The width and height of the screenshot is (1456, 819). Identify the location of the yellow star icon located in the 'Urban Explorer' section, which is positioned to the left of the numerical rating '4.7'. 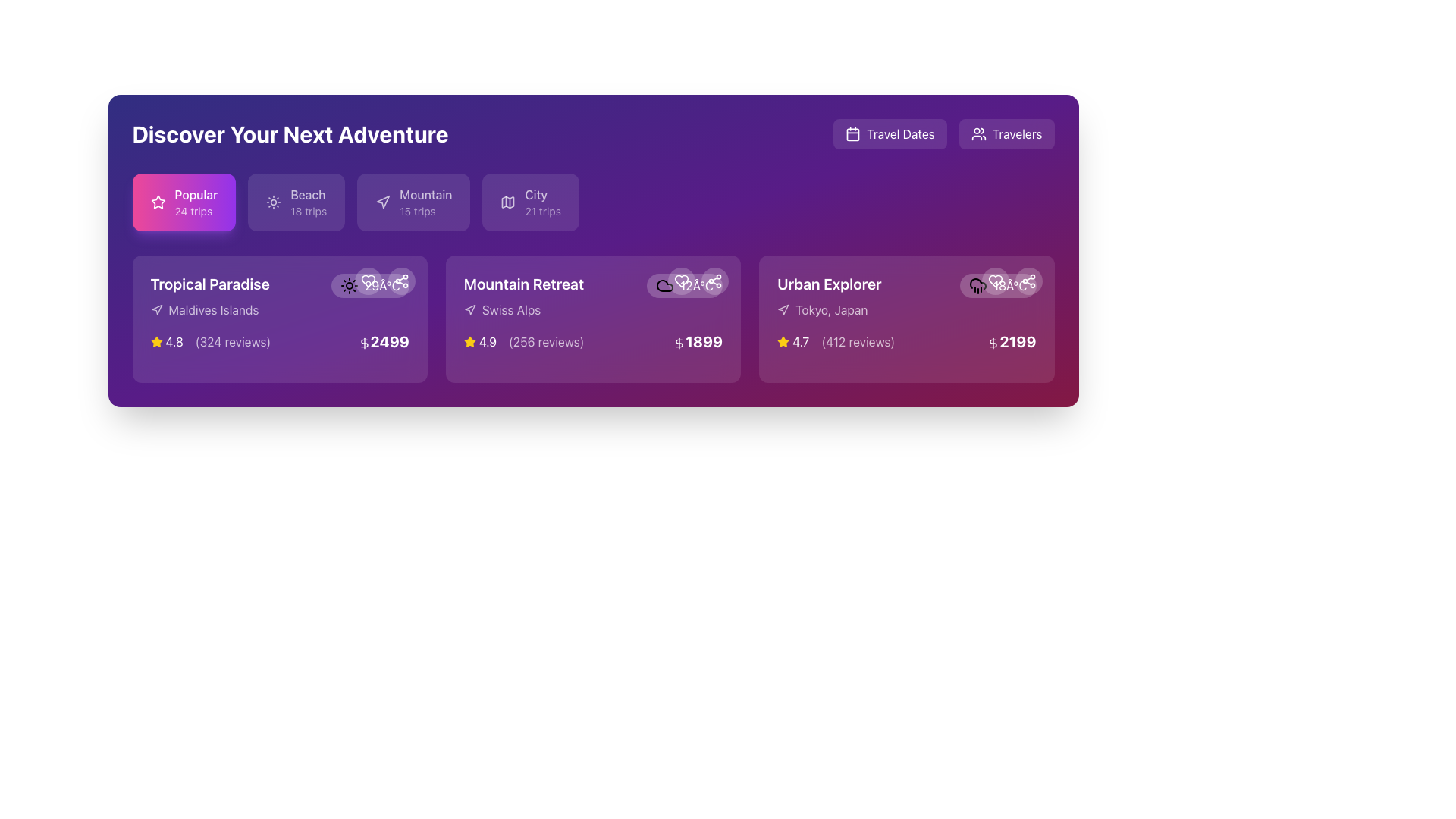
(783, 342).